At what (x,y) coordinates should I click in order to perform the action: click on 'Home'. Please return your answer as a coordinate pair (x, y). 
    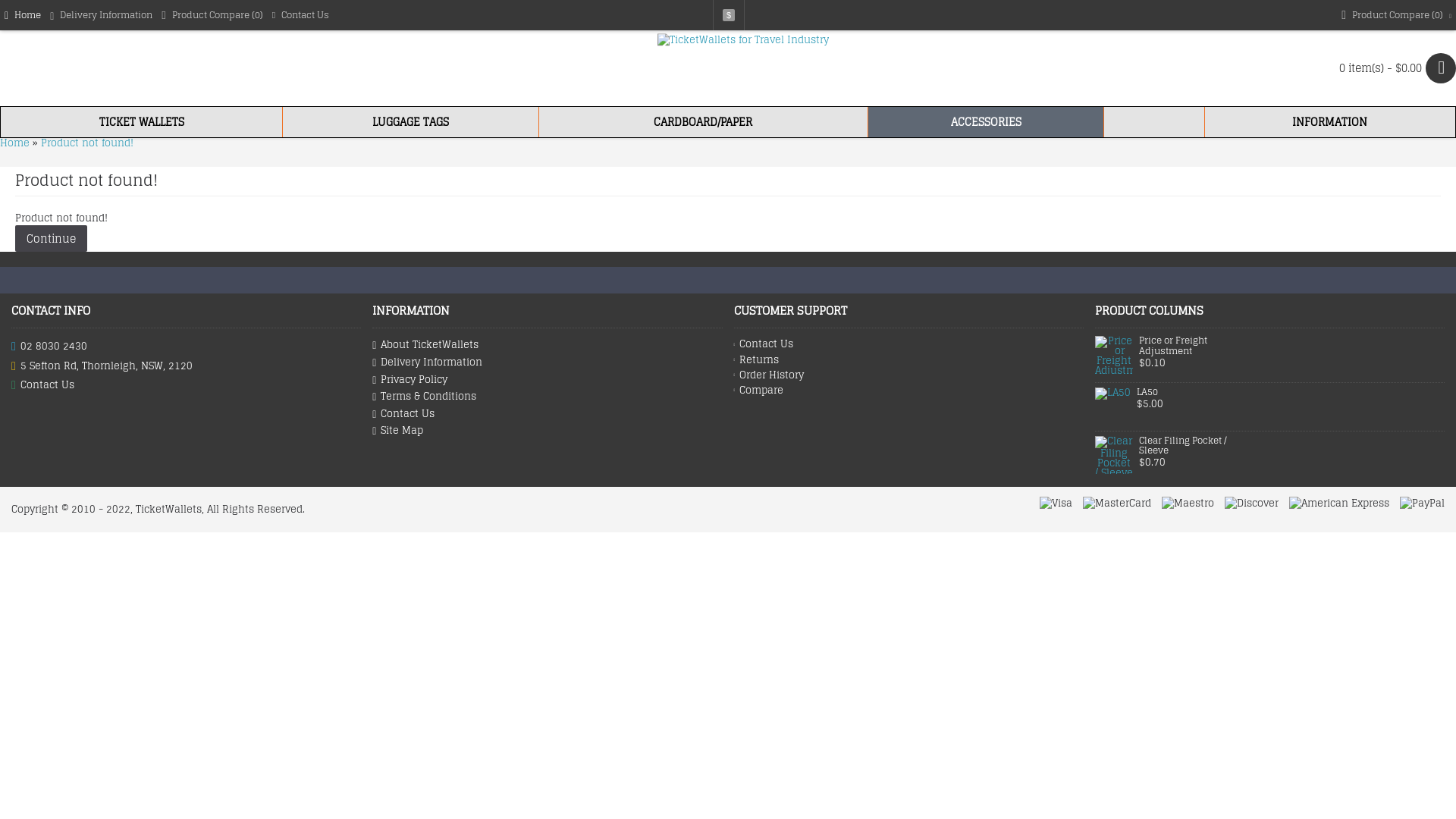
    Looking at the image, I should click on (0, 143).